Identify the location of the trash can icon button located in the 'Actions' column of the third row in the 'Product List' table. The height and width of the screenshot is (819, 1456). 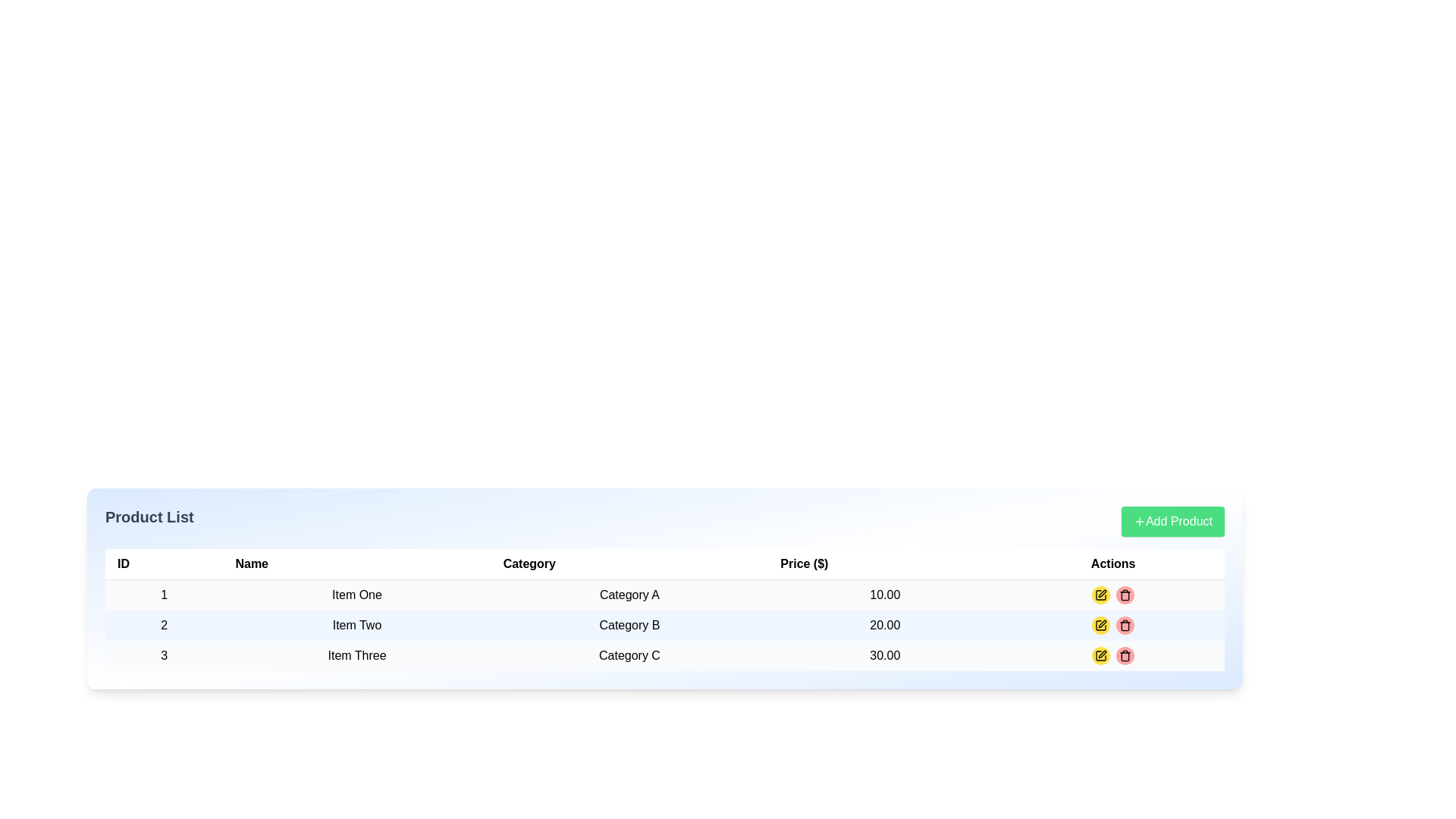
(1125, 654).